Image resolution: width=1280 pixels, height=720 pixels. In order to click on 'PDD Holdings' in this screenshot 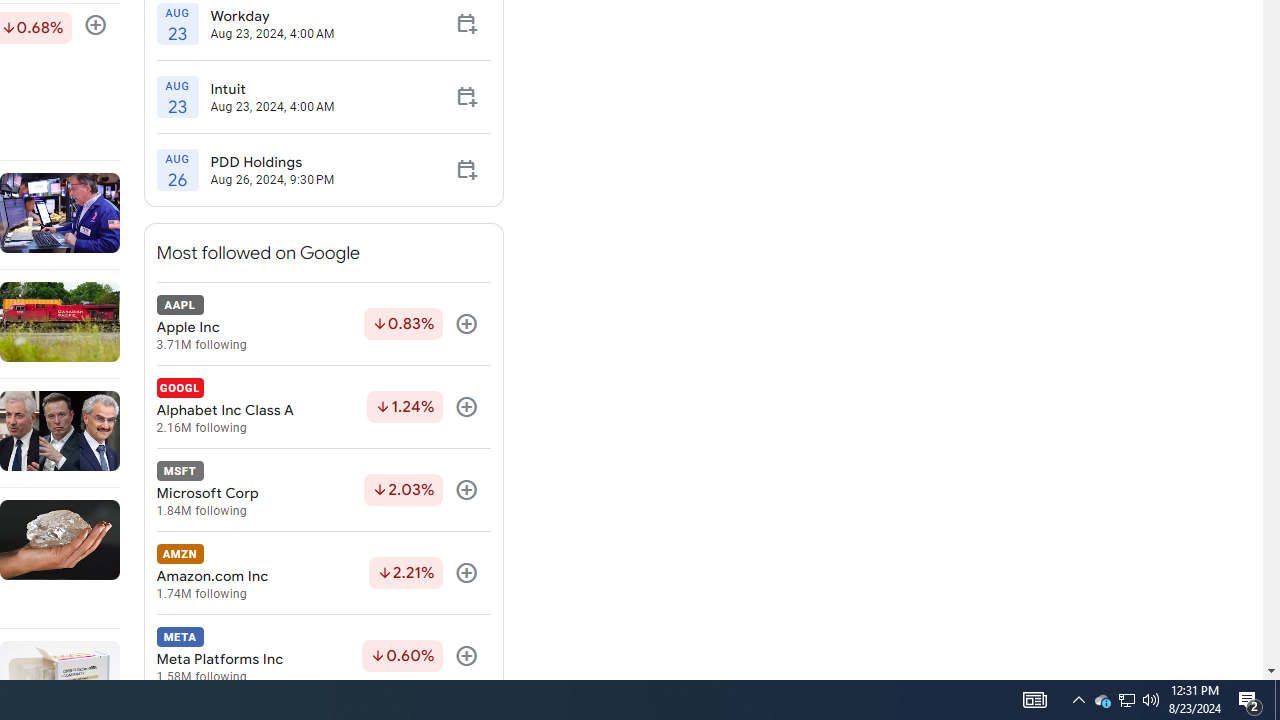, I will do `click(271, 161)`.